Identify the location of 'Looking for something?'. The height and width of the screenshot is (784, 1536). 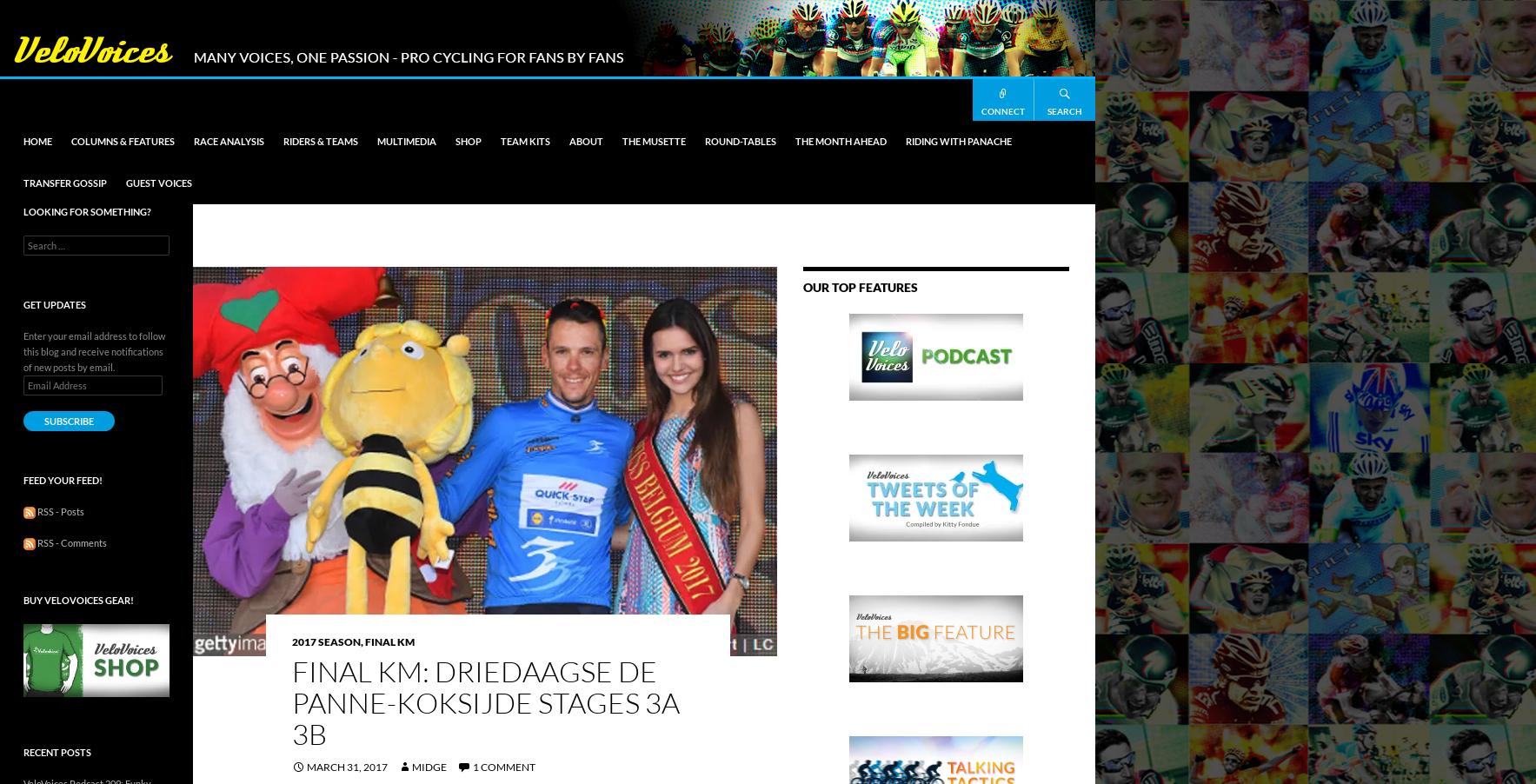
(86, 211).